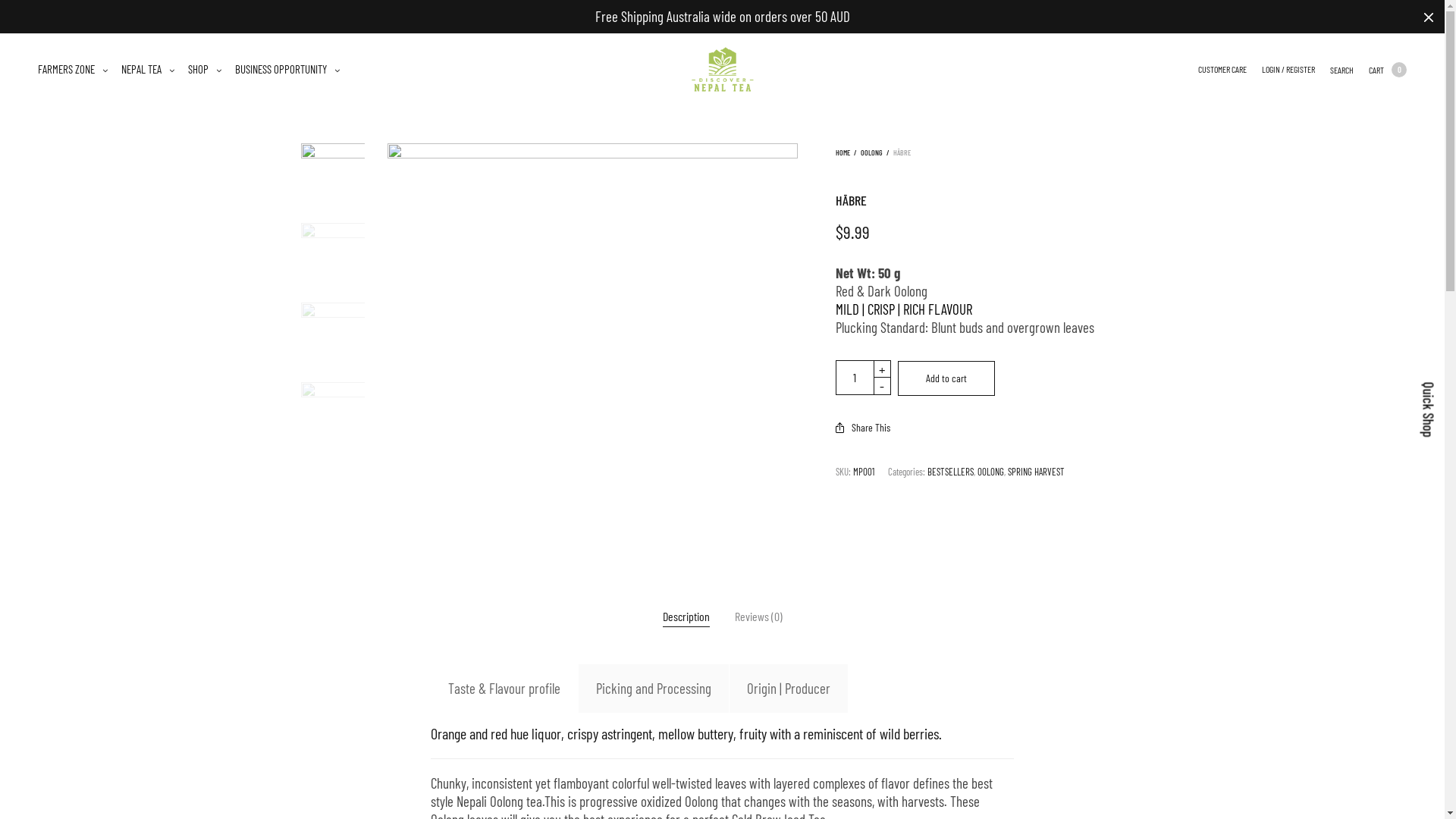  What do you see at coordinates (148, 69) in the screenshot?
I see `'NEPAL TEA'` at bounding box center [148, 69].